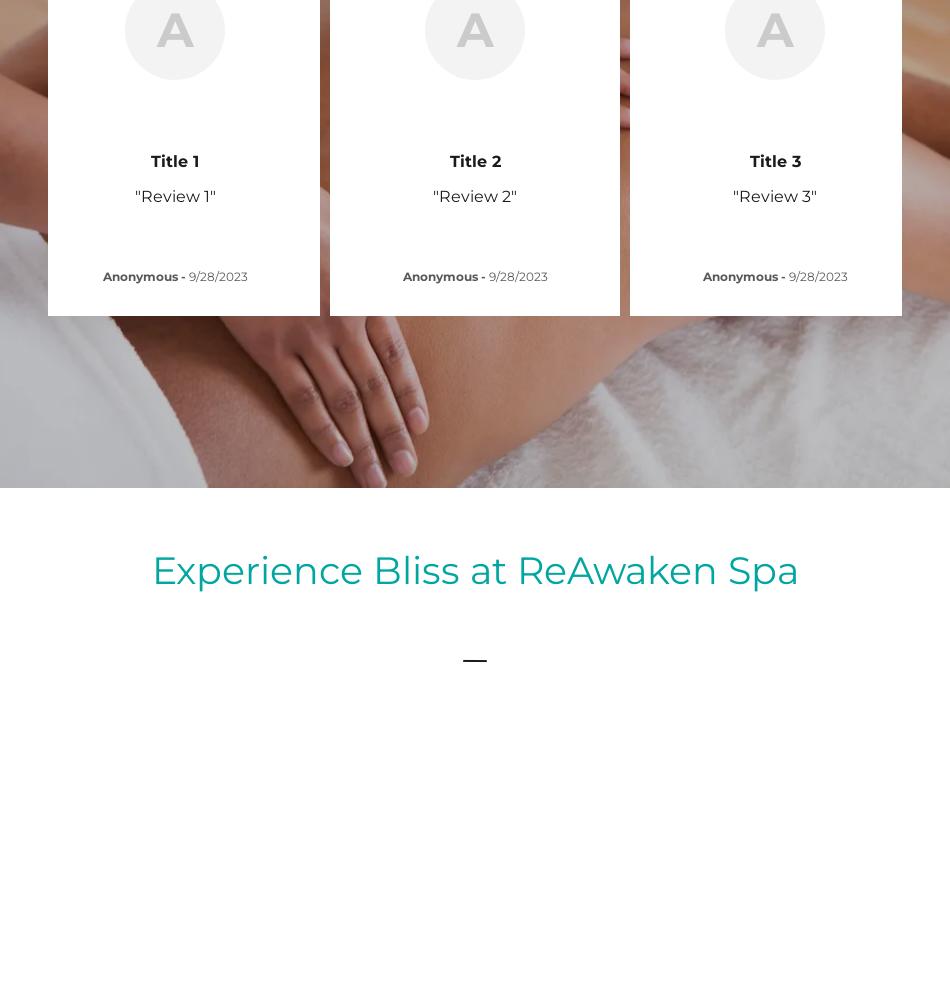  Describe the element at coordinates (174, 160) in the screenshot. I see `'Title 1'` at that location.